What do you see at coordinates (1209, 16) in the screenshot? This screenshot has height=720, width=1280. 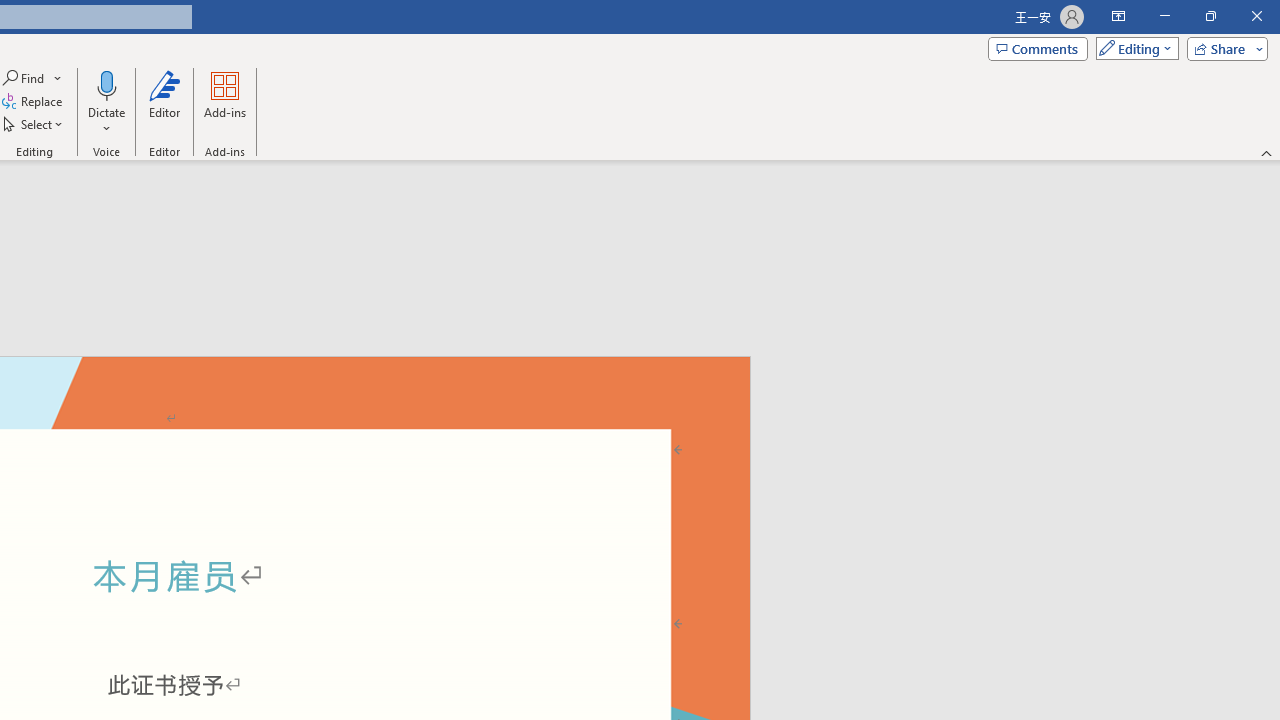 I see `'Restore Down'` at bounding box center [1209, 16].